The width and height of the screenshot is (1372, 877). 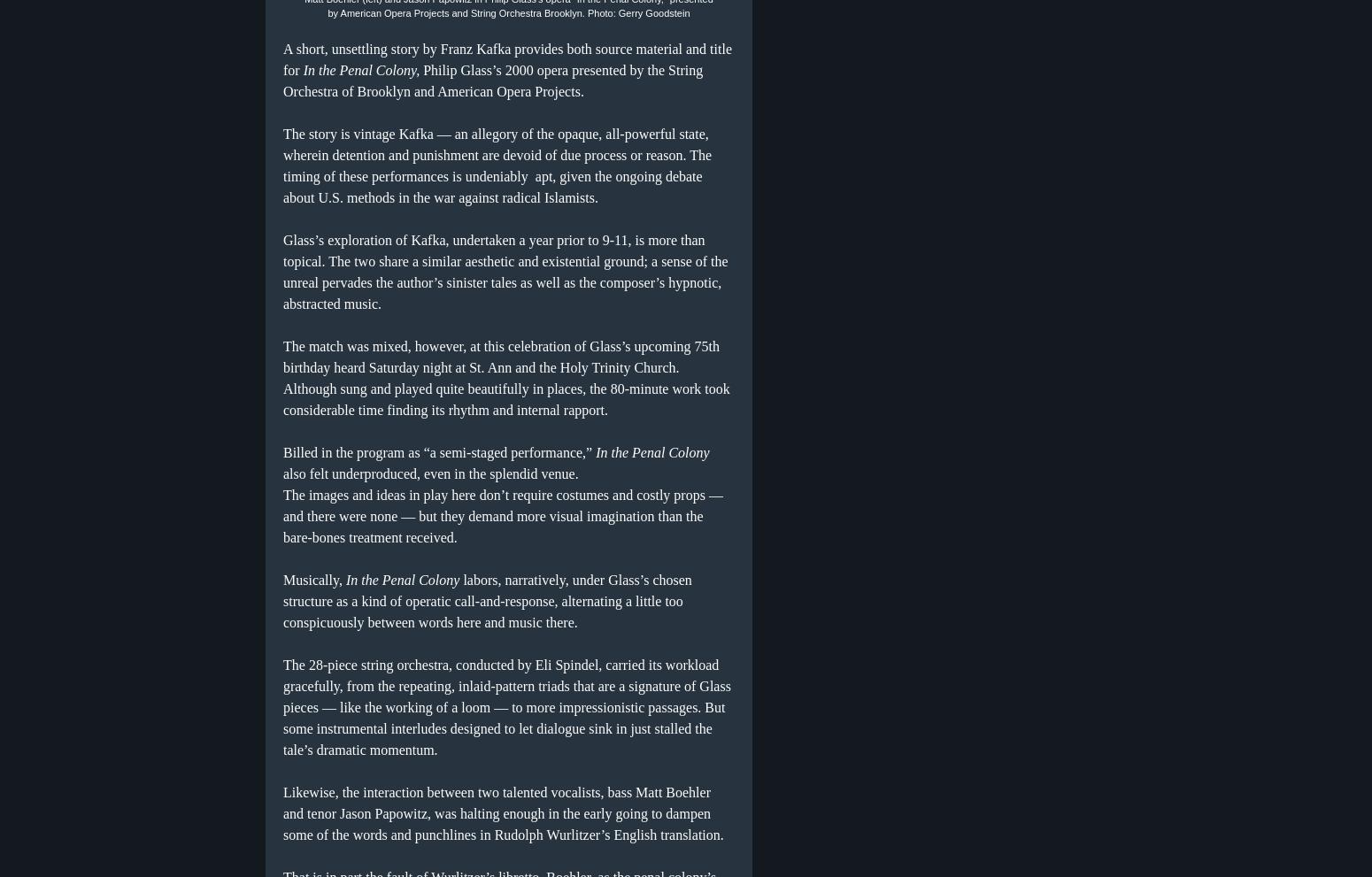 I want to click on 'Likewise, the interaction between two talented vocalists, bass Matt Boehler and tenor Jason Papowitz, was halting enough in the early going to dampen some of the words and punchlines in Rudolph Wurlitzer’s English translation.', so click(x=282, y=812).